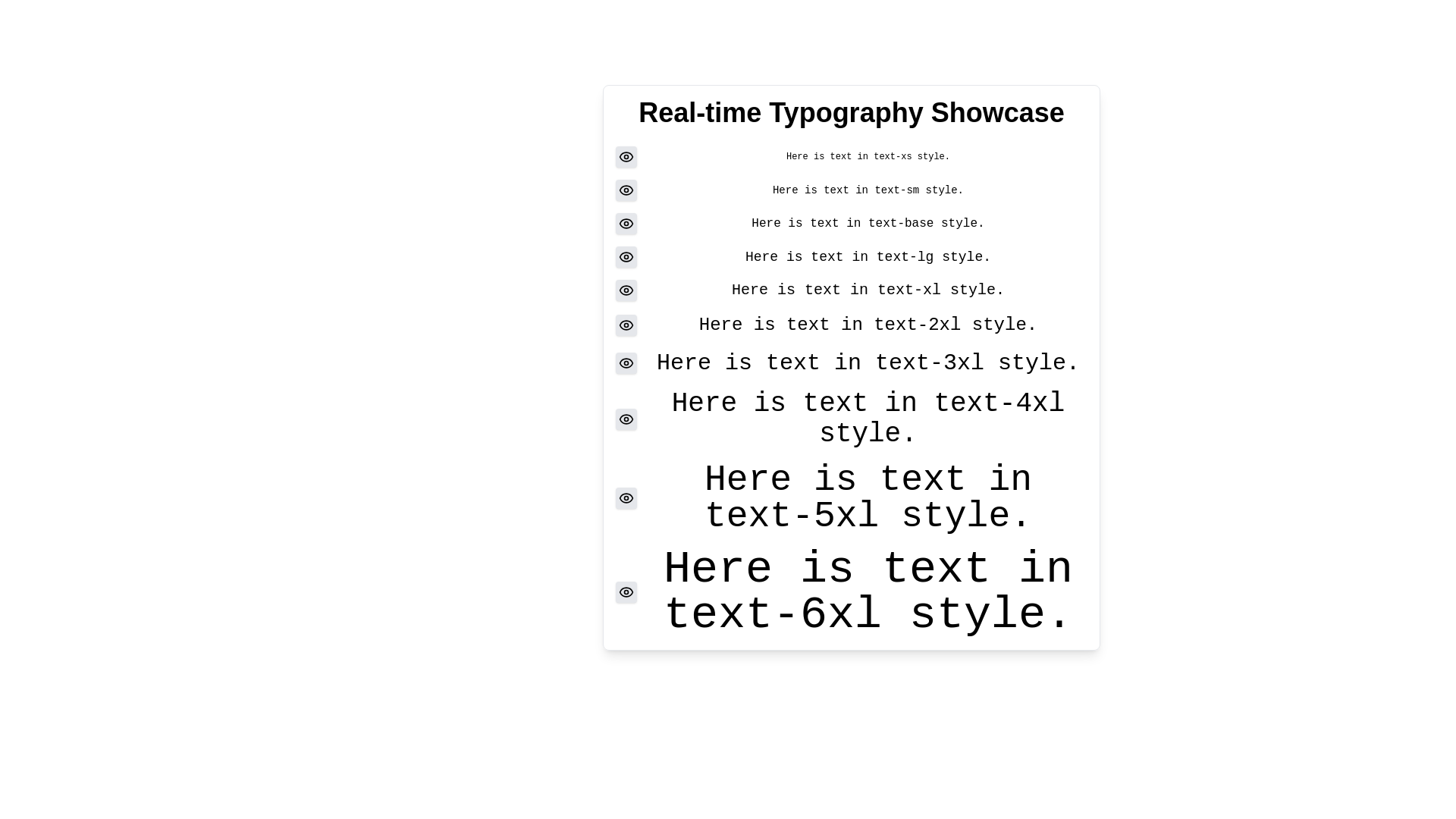 This screenshot has height=819, width=1456. What do you see at coordinates (626, 591) in the screenshot?
I see `the small, square button with a light gray background and a black eye icon` at bounding box center [626, 591].